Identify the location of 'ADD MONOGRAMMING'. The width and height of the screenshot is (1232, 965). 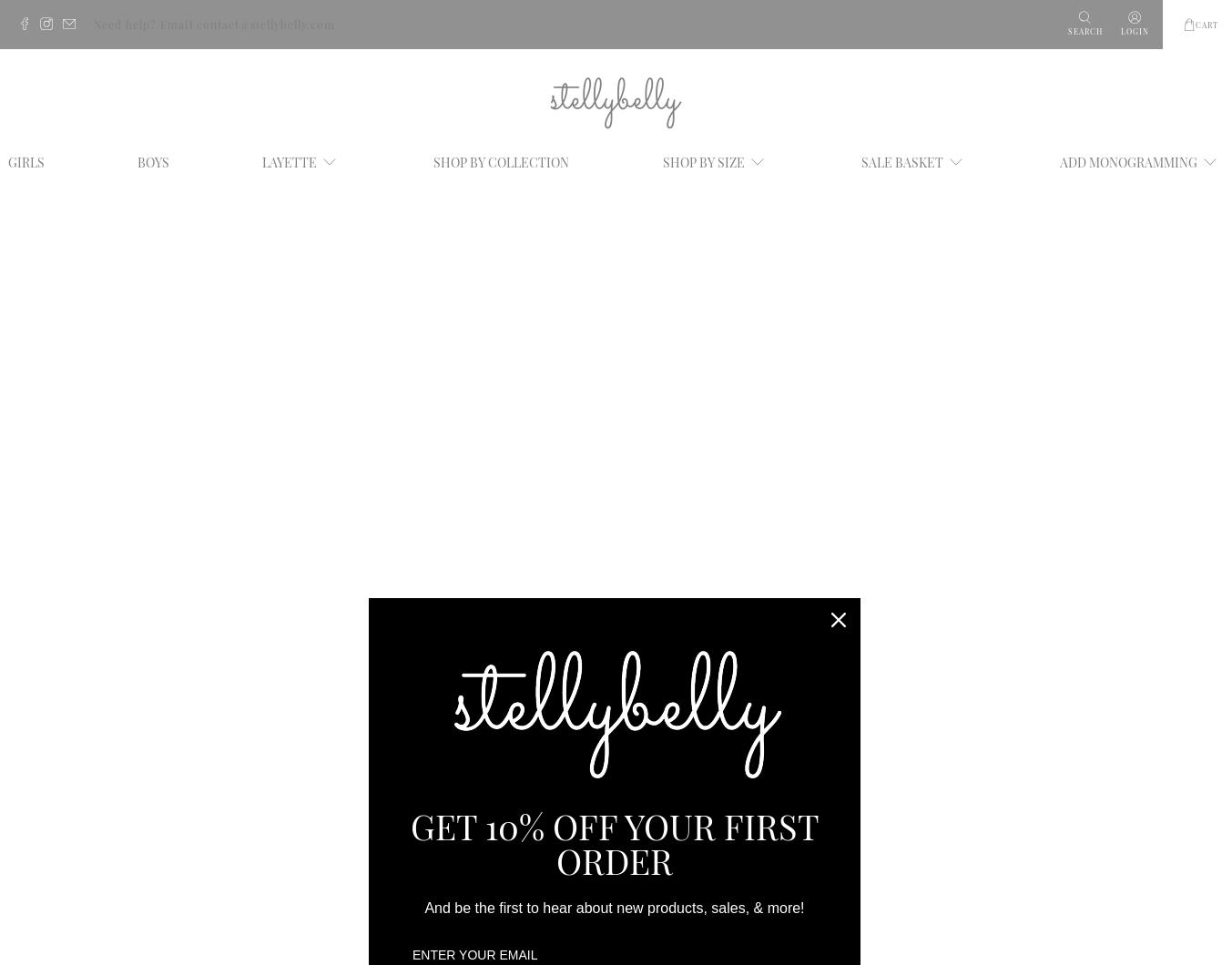
(1126, 160).